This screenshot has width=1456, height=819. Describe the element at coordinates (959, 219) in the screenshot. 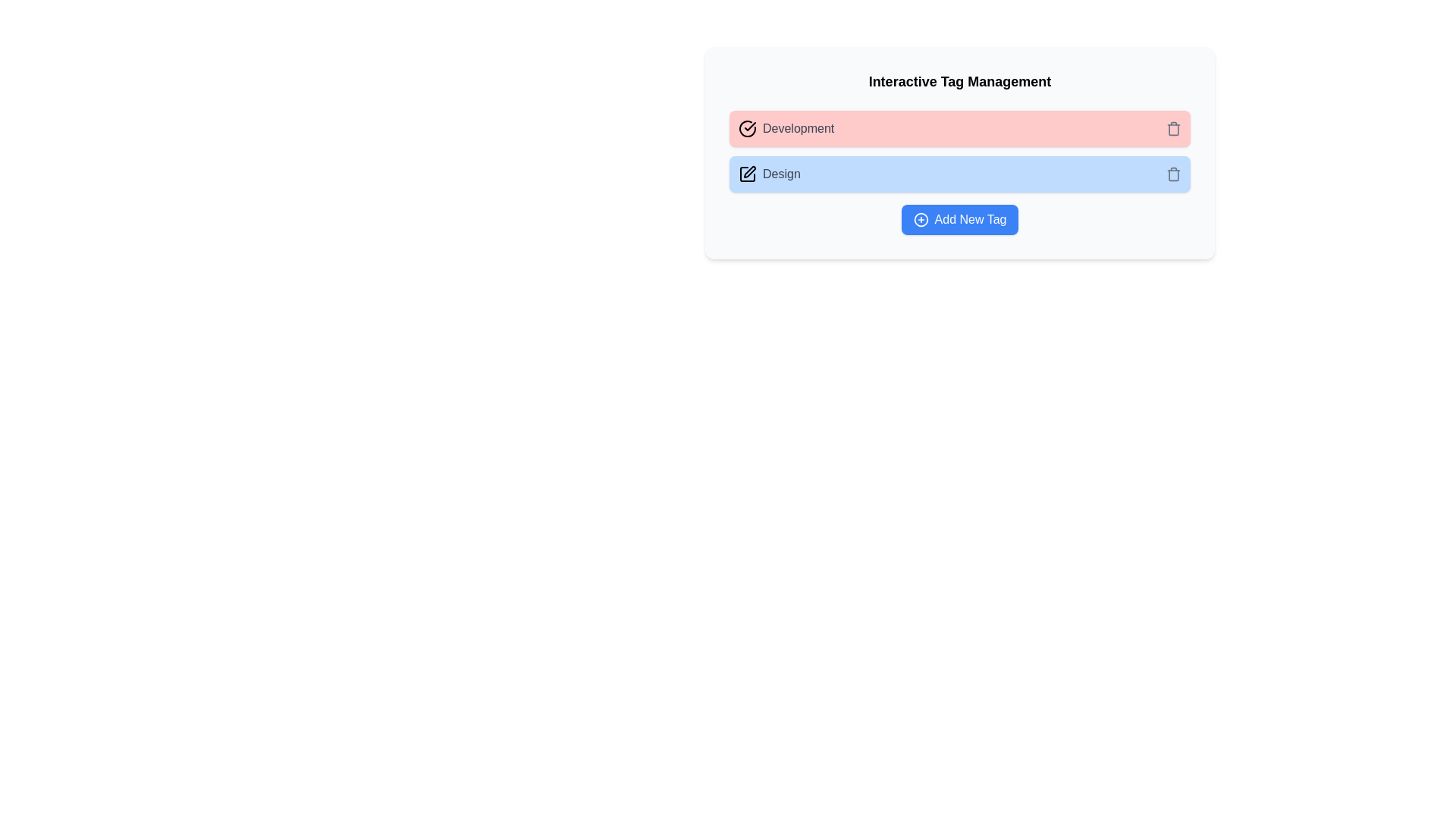

I see `the 'Add Tag' button, which is centrally aligned below the 'Development' and 'Design' list items, to trigger tooltip or styling effects` at that location.